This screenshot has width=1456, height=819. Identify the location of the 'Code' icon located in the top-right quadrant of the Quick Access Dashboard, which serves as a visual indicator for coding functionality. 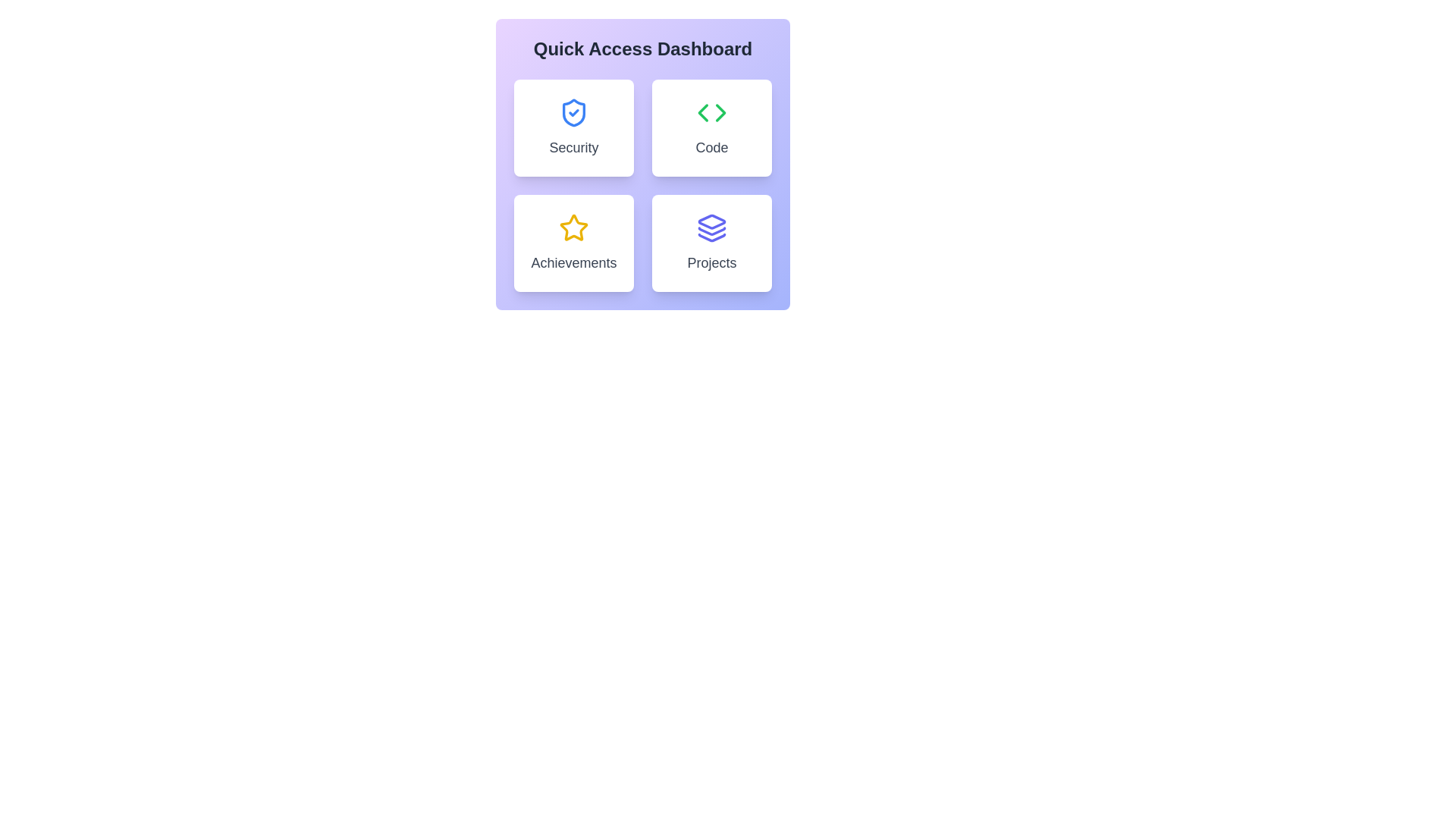
(711, 112).